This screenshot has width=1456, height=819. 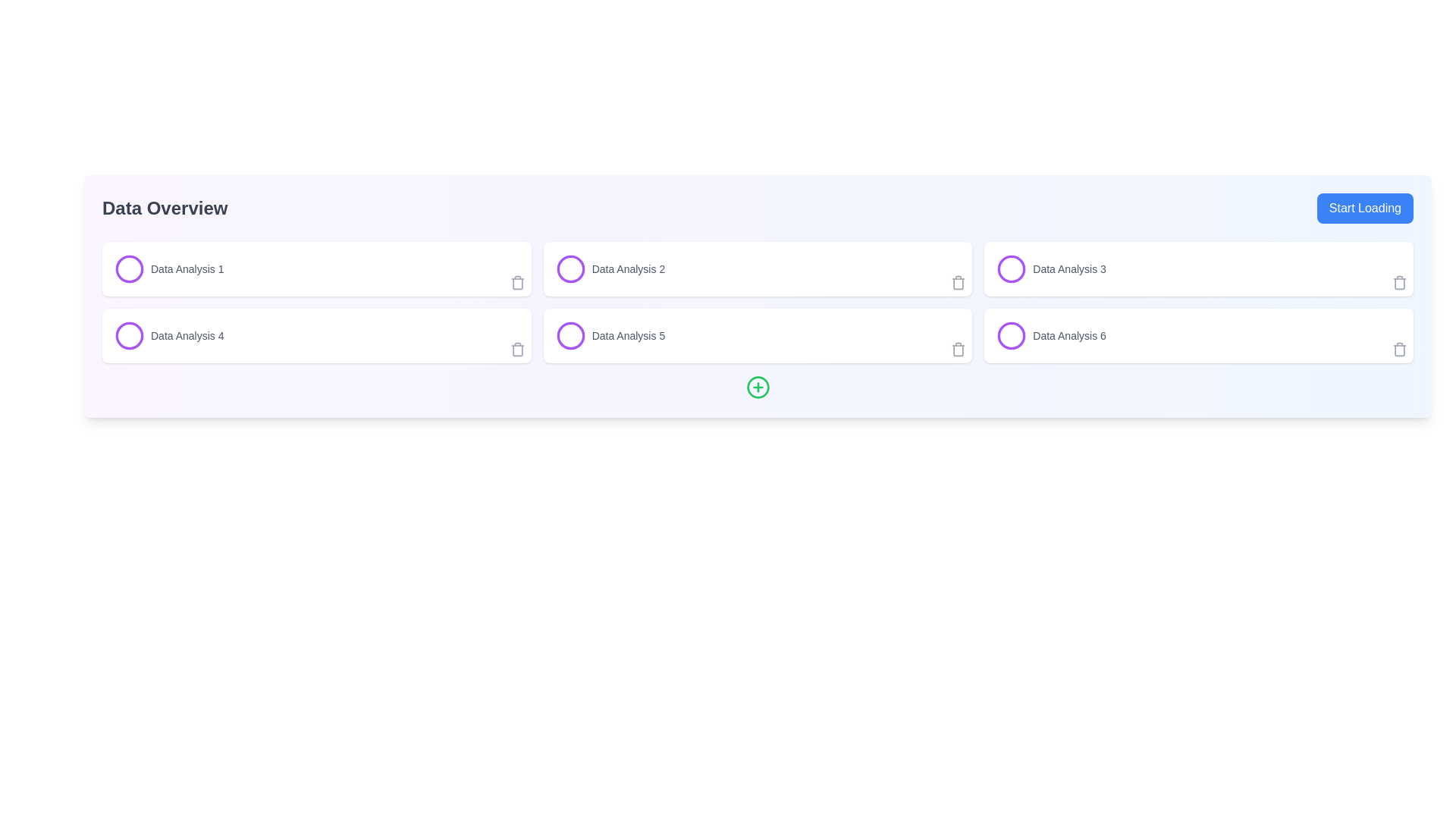 What do you see at coordinates (958, 284) in the screenshot?
I see `the trash can icon located in the bottom-right corner of the 'Data Analysis 2' card` at bounding box center [958, 284].